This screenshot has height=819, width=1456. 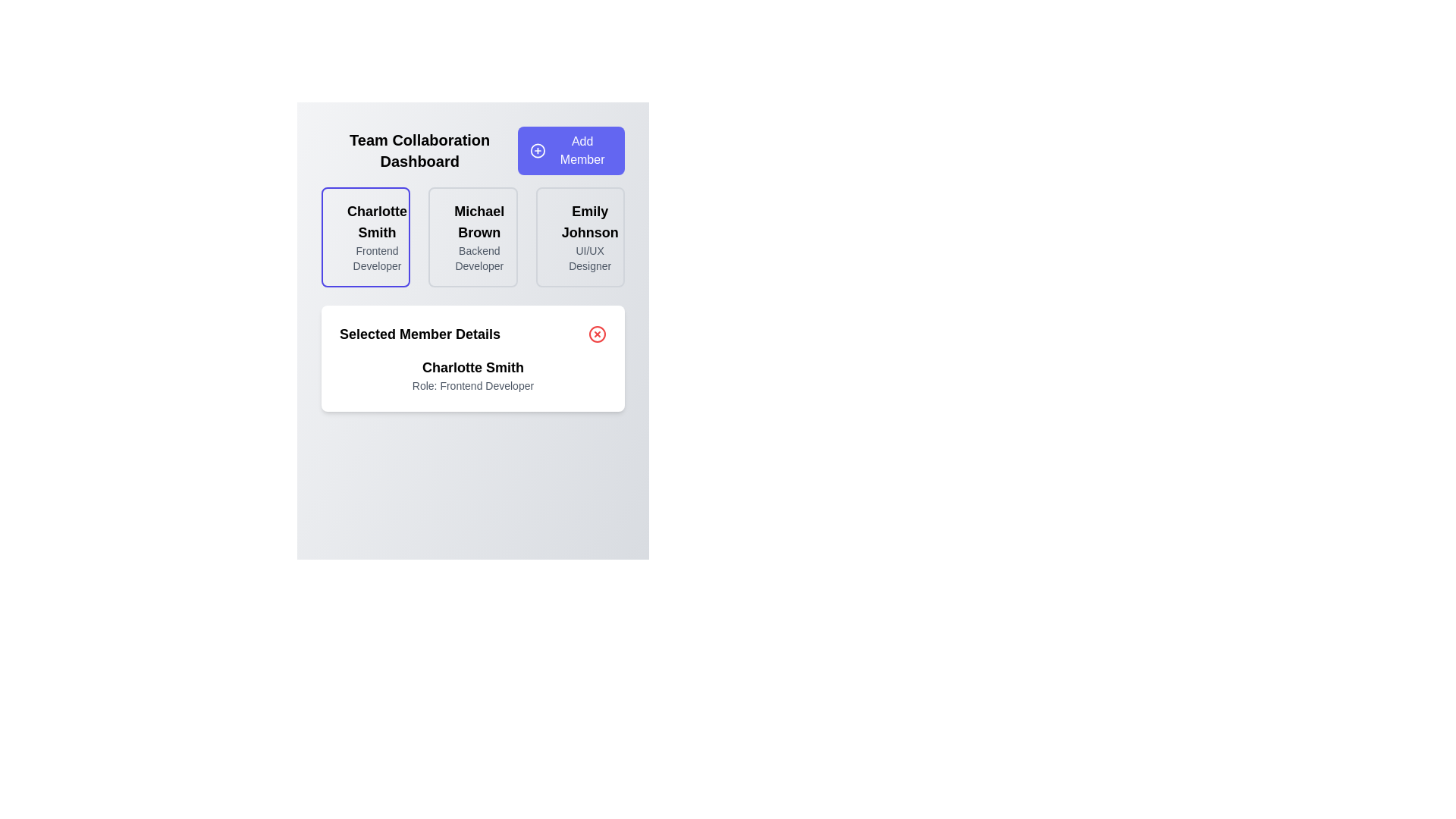 What do you see at coordinates (420, 333) in the screenshot?
I see `heading text of the Text Label located in the 'Selected Member Details' section, which is positioned at the top-left corner before other components` at bounding box center [420, 333].